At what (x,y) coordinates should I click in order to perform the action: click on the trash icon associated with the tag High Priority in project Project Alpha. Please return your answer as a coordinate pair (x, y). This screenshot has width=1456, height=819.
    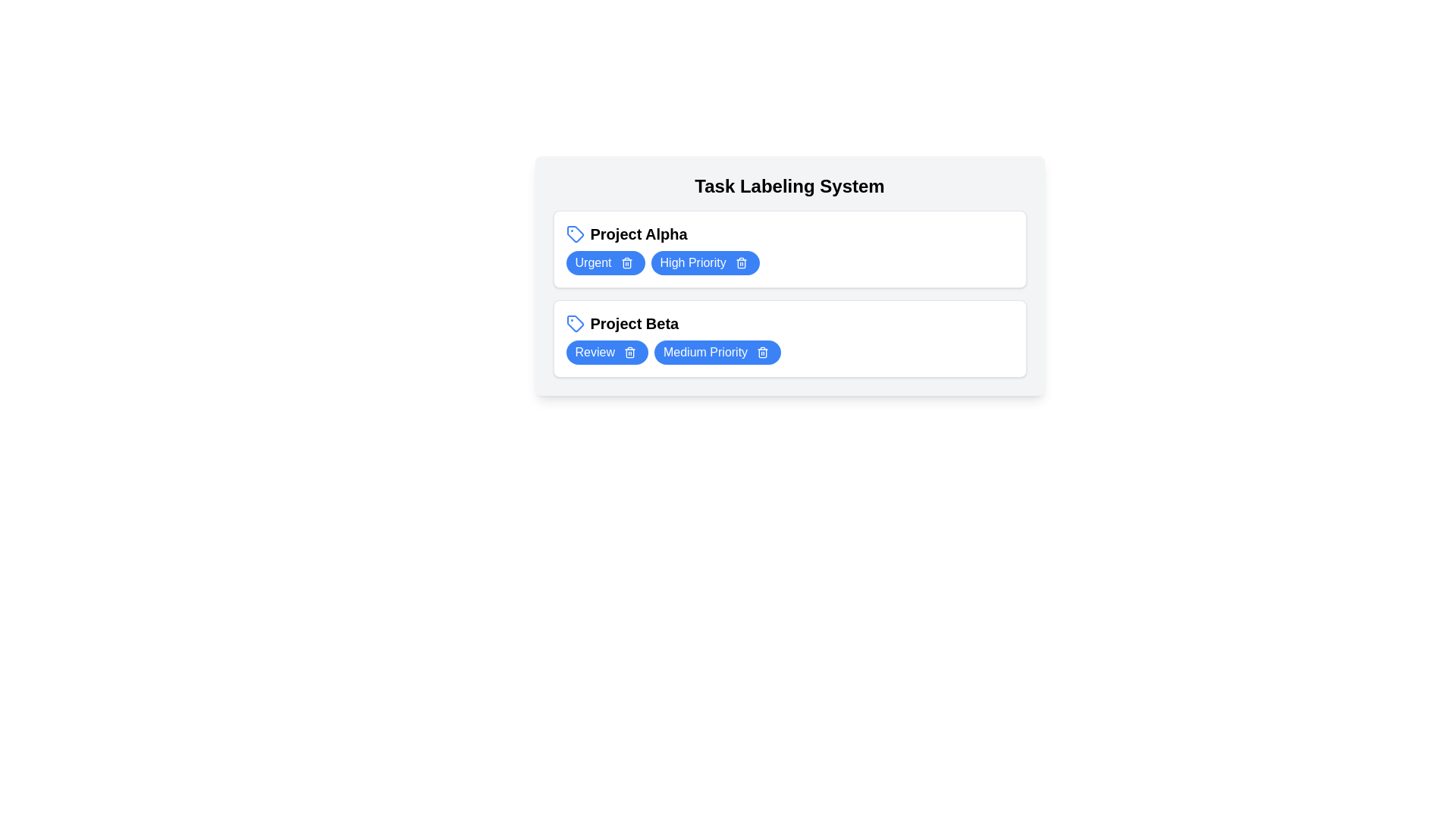
    Looking at the image, I should click on (741, 262).